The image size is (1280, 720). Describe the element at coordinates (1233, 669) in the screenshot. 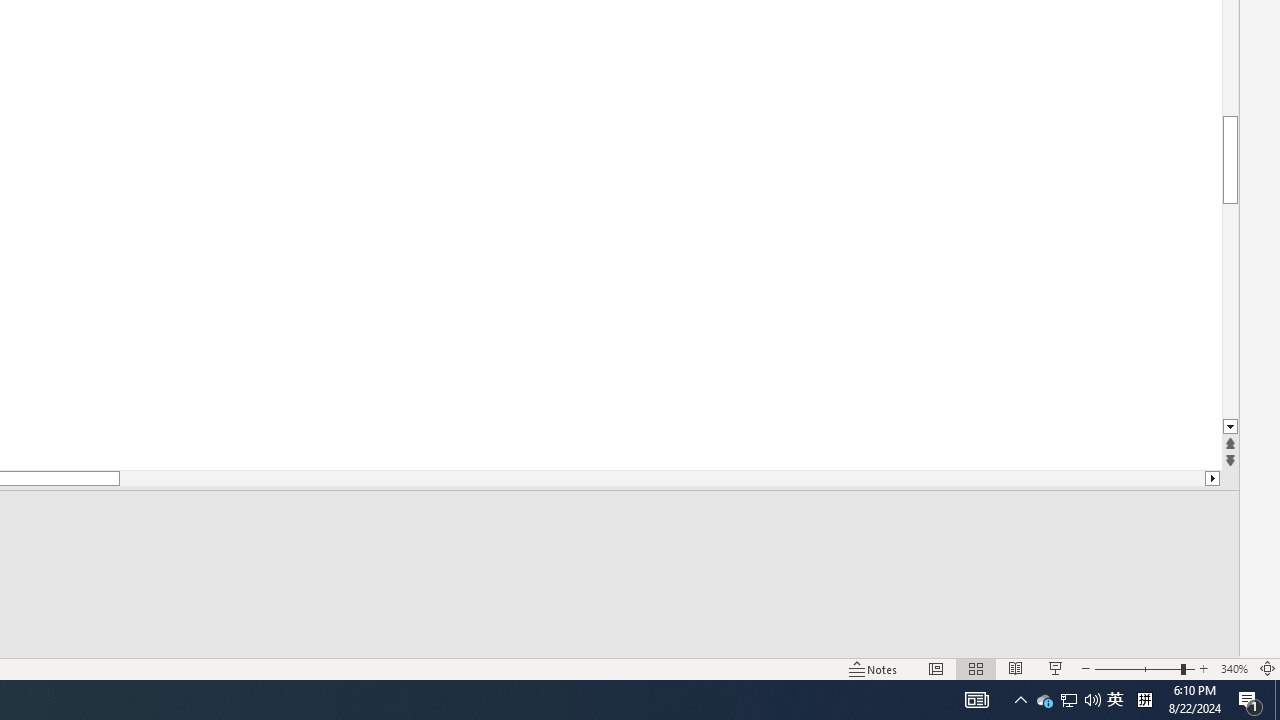

I see `'Zoom 340%'` at that location.